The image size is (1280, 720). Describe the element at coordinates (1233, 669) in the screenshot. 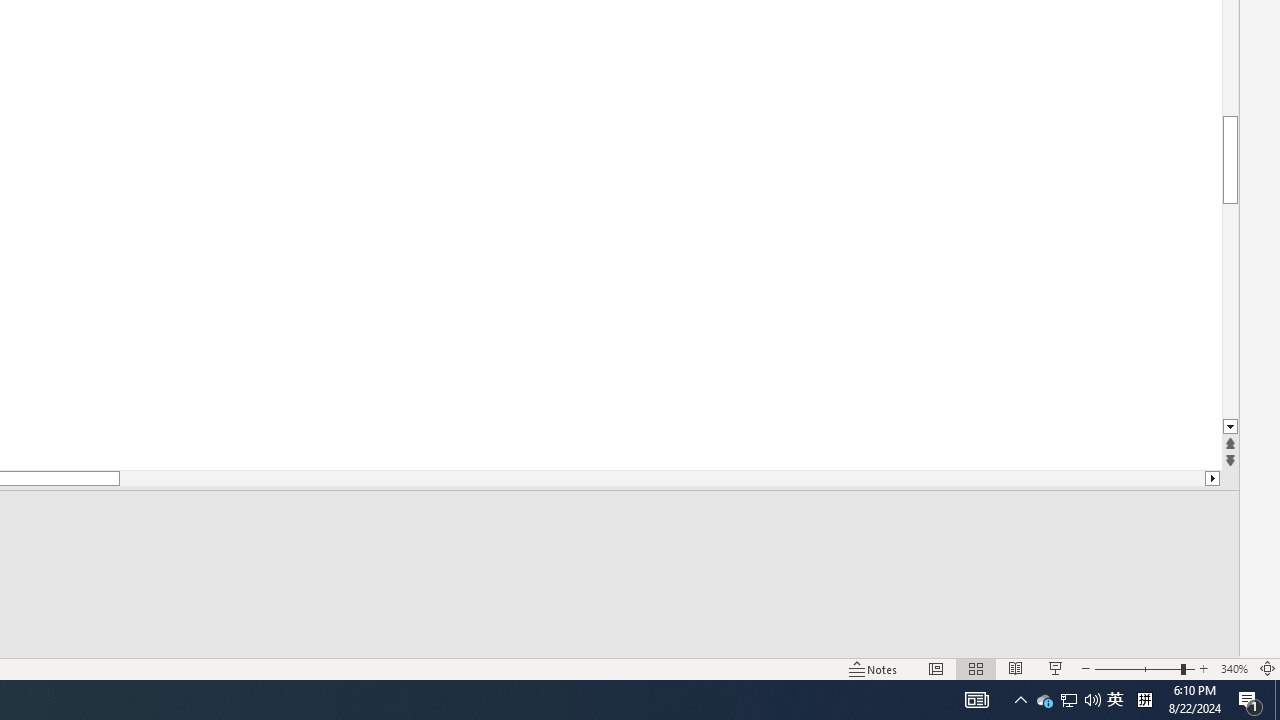

I see `'Zoom 340%'` at that location.